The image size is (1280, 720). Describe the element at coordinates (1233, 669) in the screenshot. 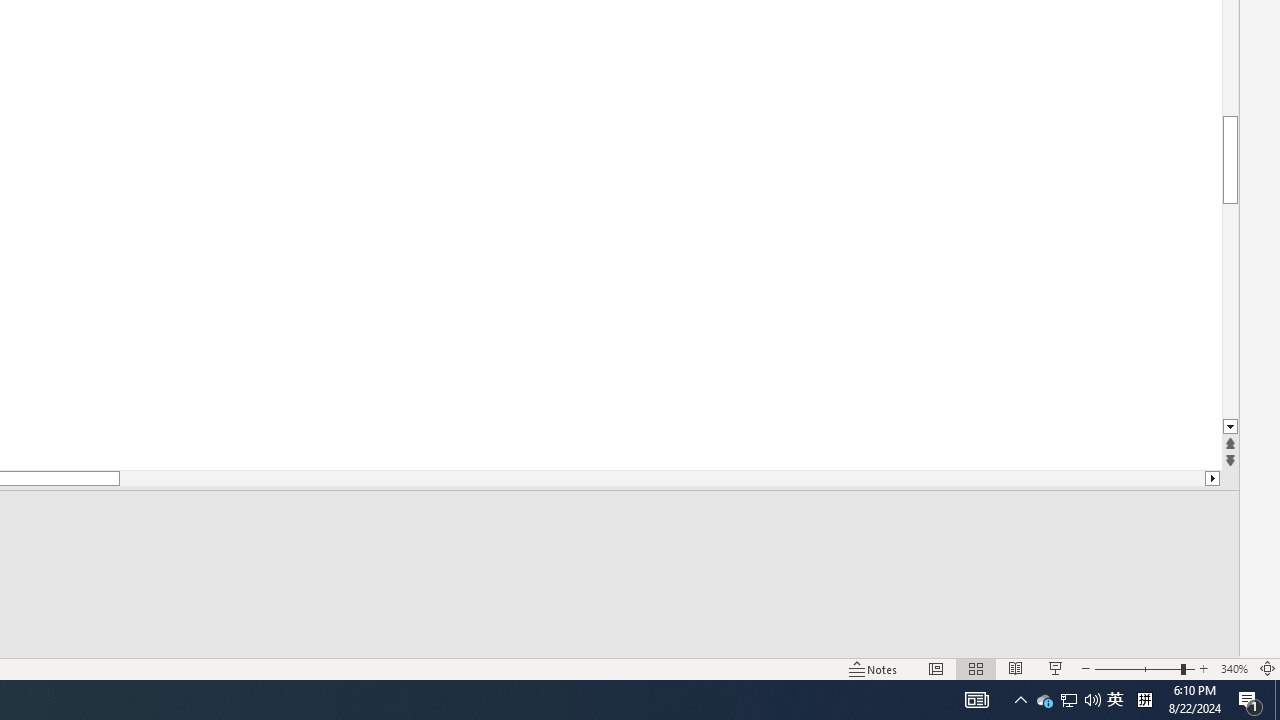

I see `'Zoom 340%'` at that location.